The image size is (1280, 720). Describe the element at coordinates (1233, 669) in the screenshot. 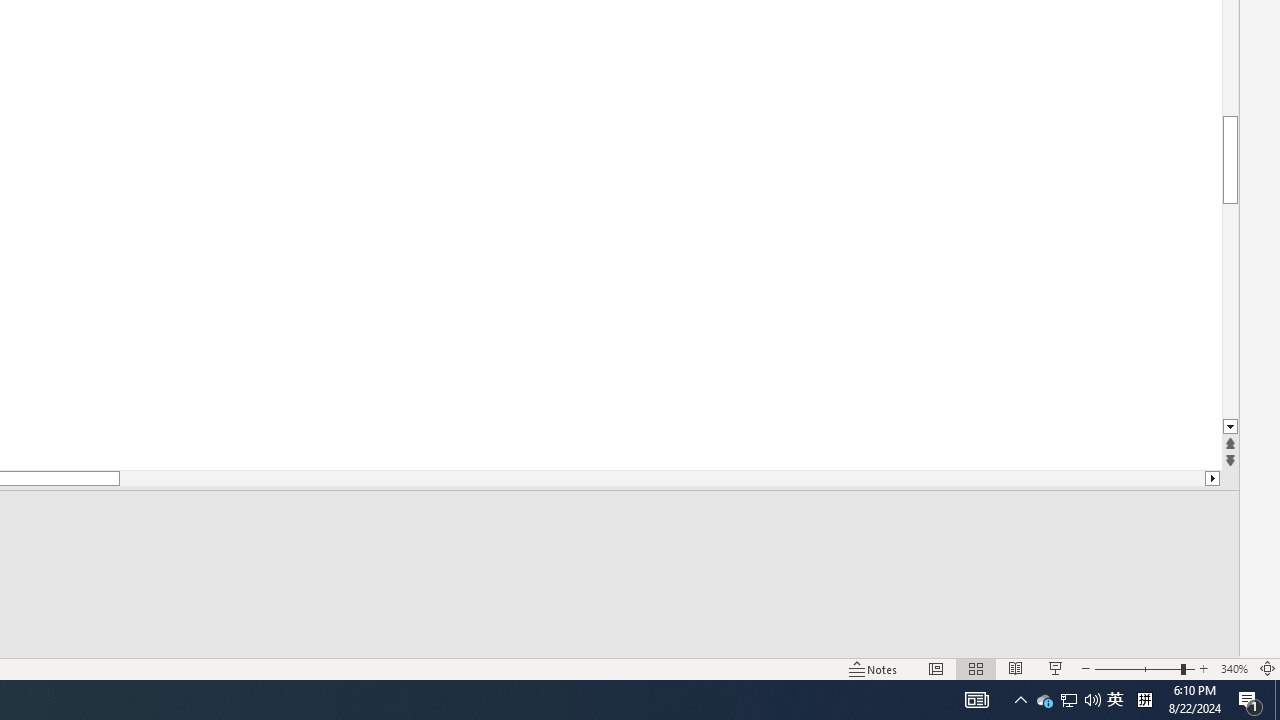

I see `'Zoom 340%'` at that location.